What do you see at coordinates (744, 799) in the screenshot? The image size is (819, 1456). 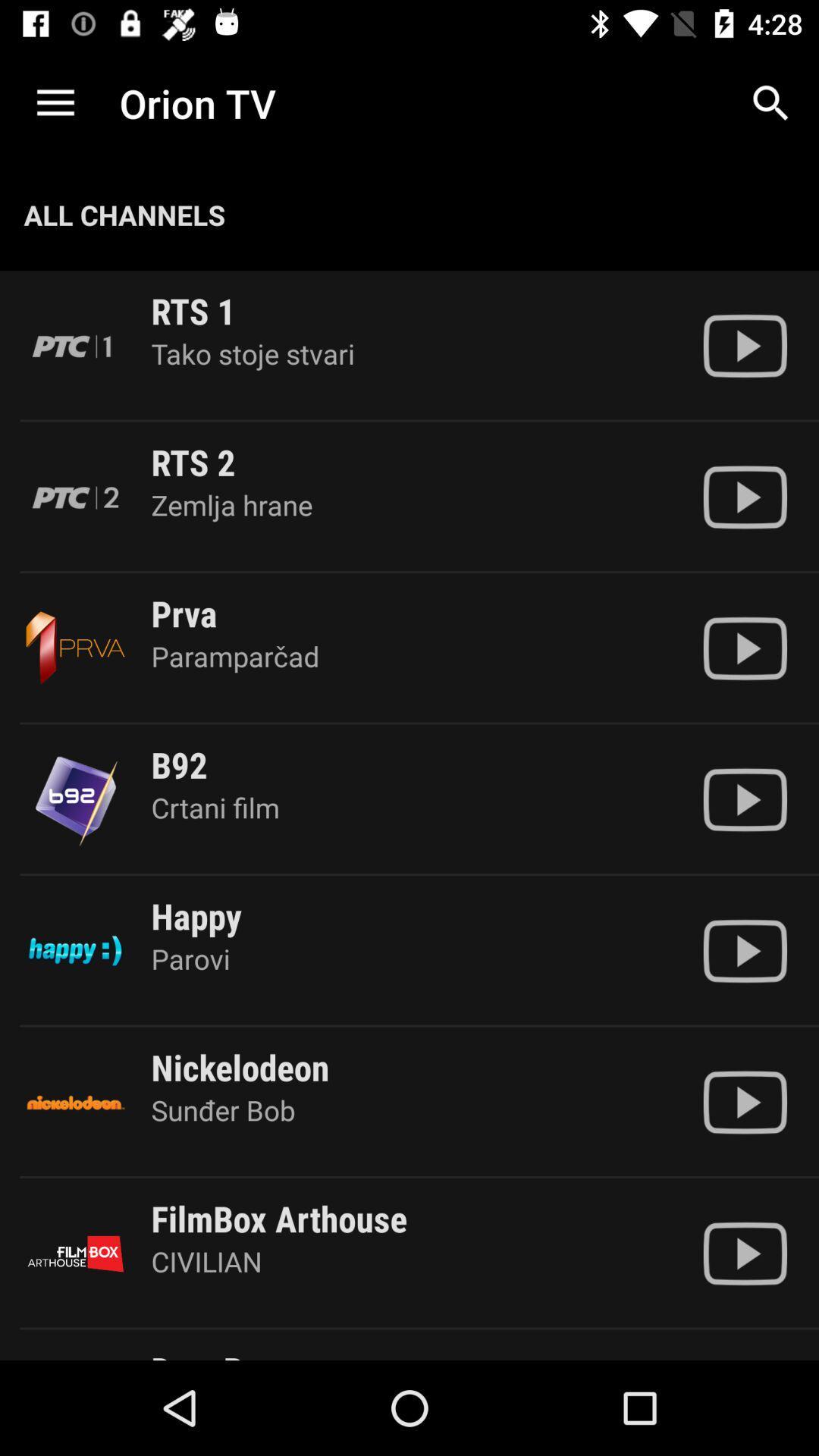 I see `playback start` at bounding box center [744, 799].